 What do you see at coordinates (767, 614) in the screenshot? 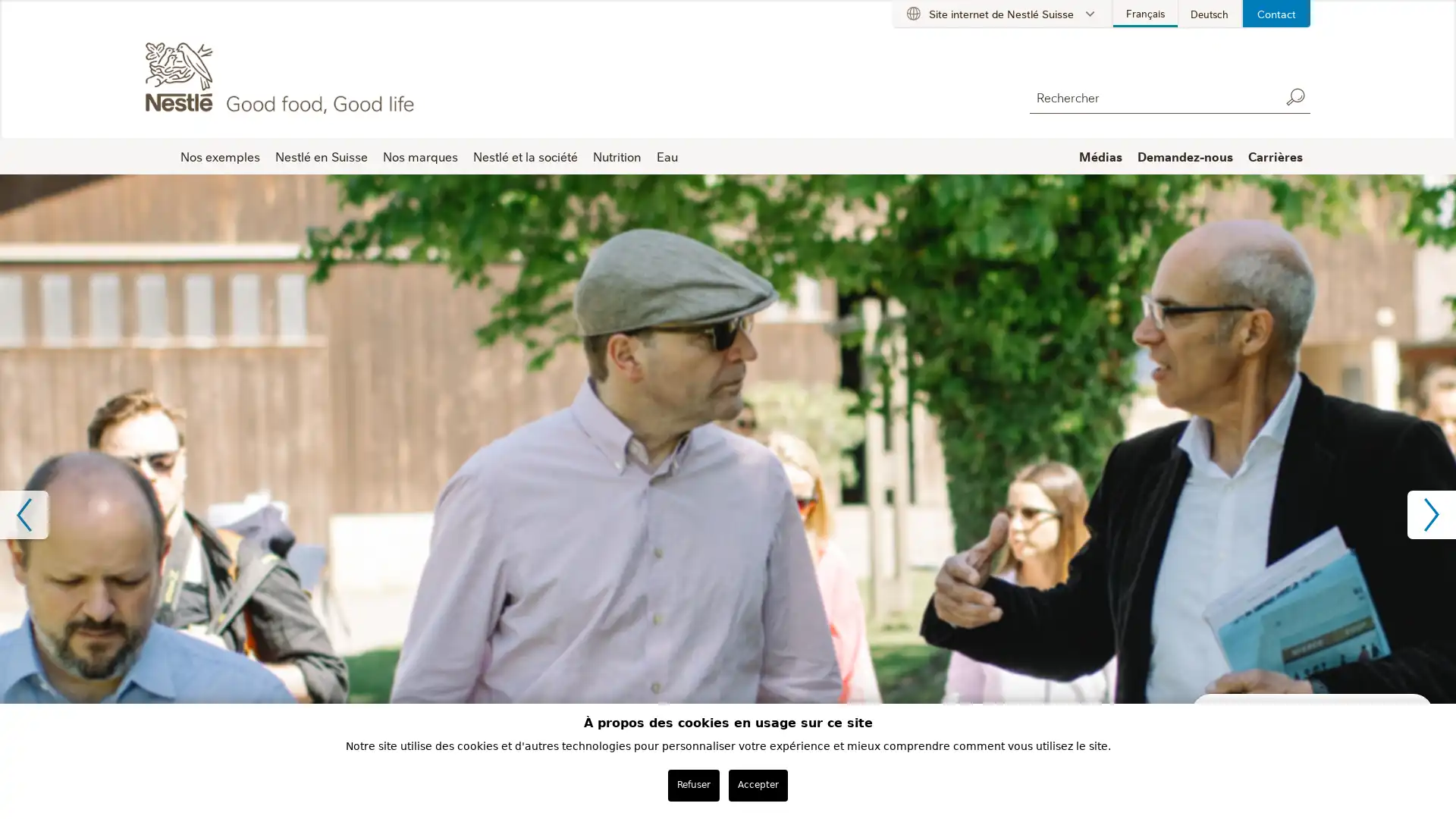
I see `5 of 5` at bounding box center [767, 614].